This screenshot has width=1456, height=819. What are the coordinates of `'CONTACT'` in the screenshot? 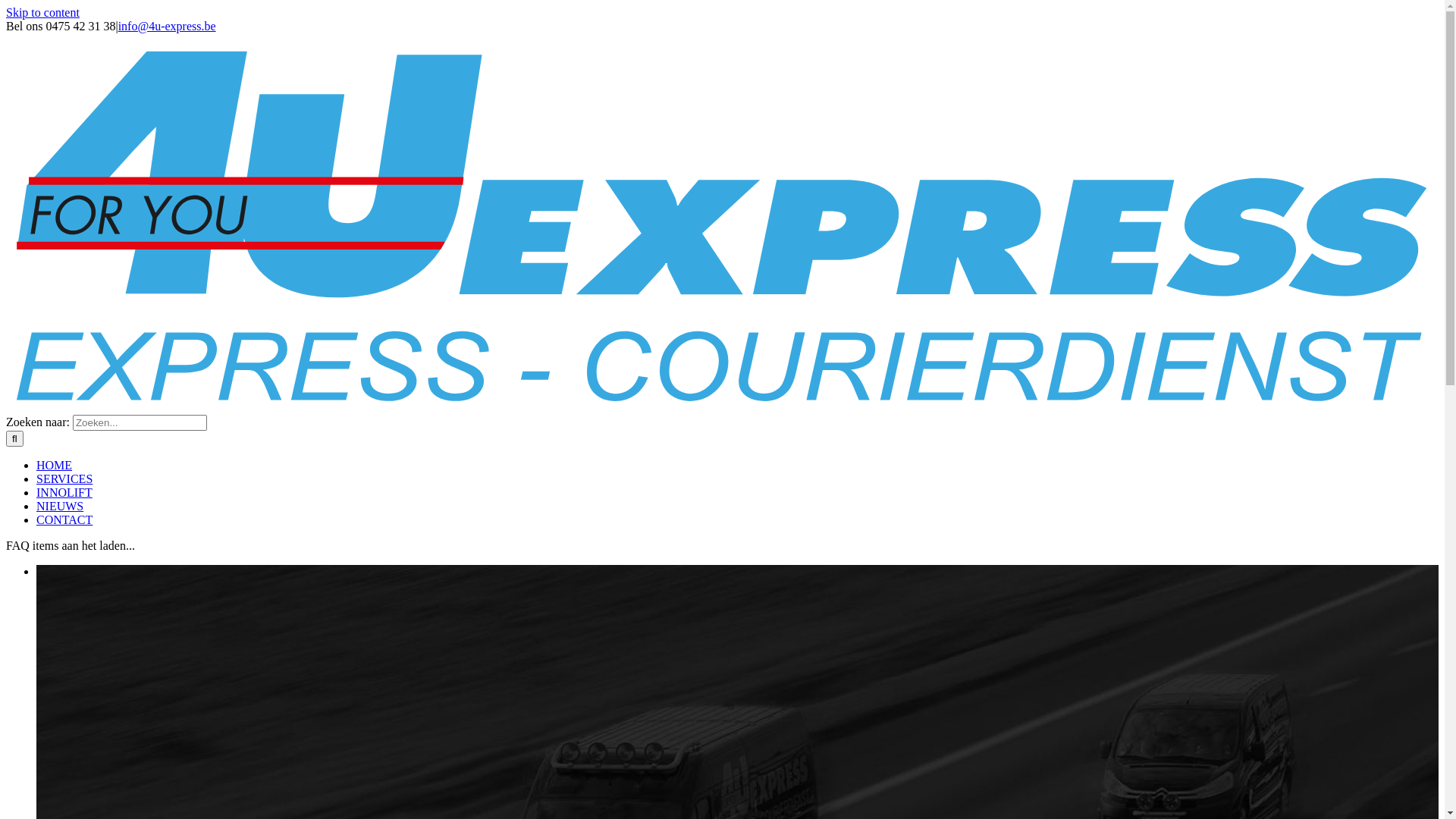 It's located at (64, 519).